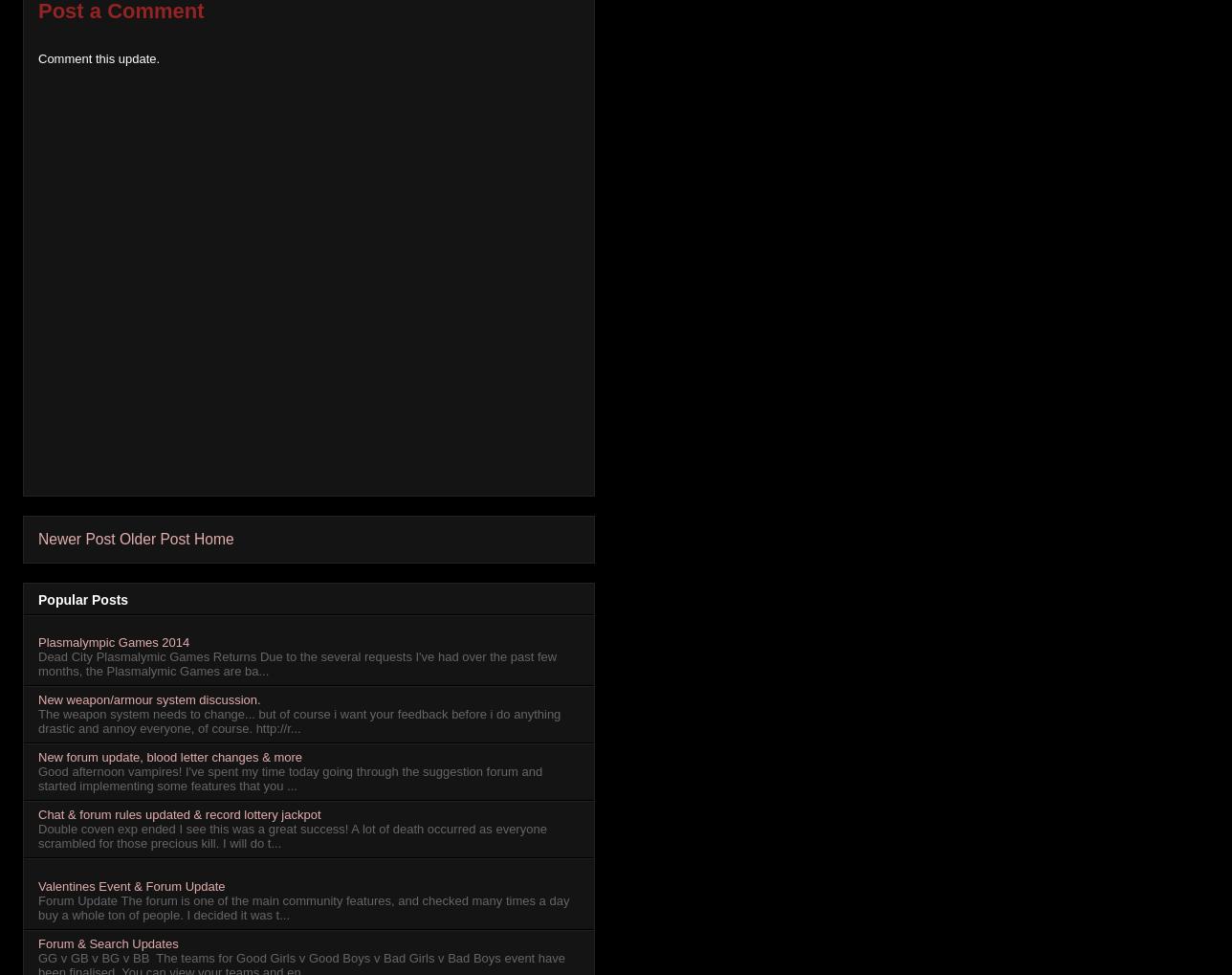  What do you see at coordinates (179, 813) in the screenshot?
I see `'Chat & forum rules updated & record lottery jackpot'` at bounding box center [179, 813].